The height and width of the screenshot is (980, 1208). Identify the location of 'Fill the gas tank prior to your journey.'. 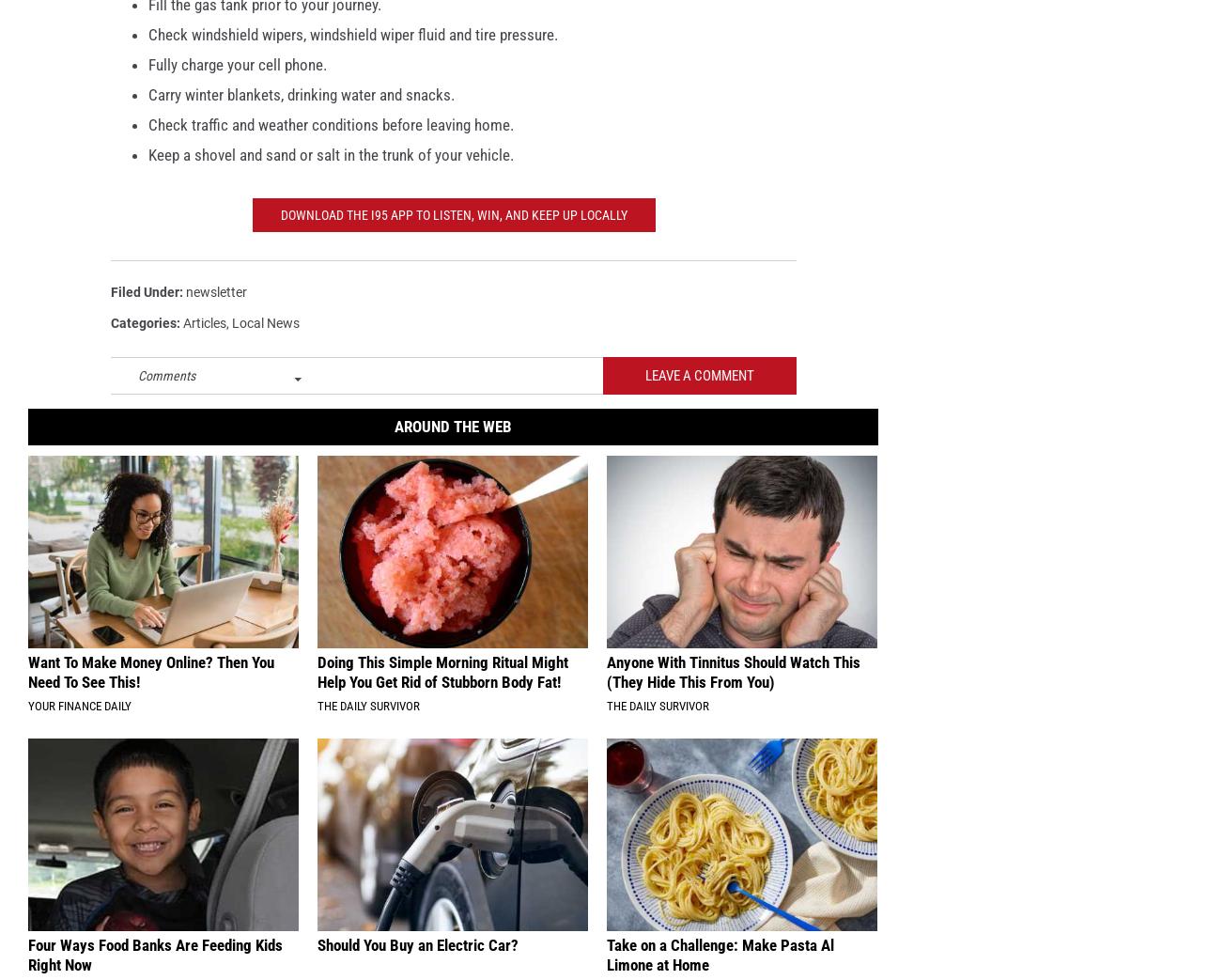
(148, 16).